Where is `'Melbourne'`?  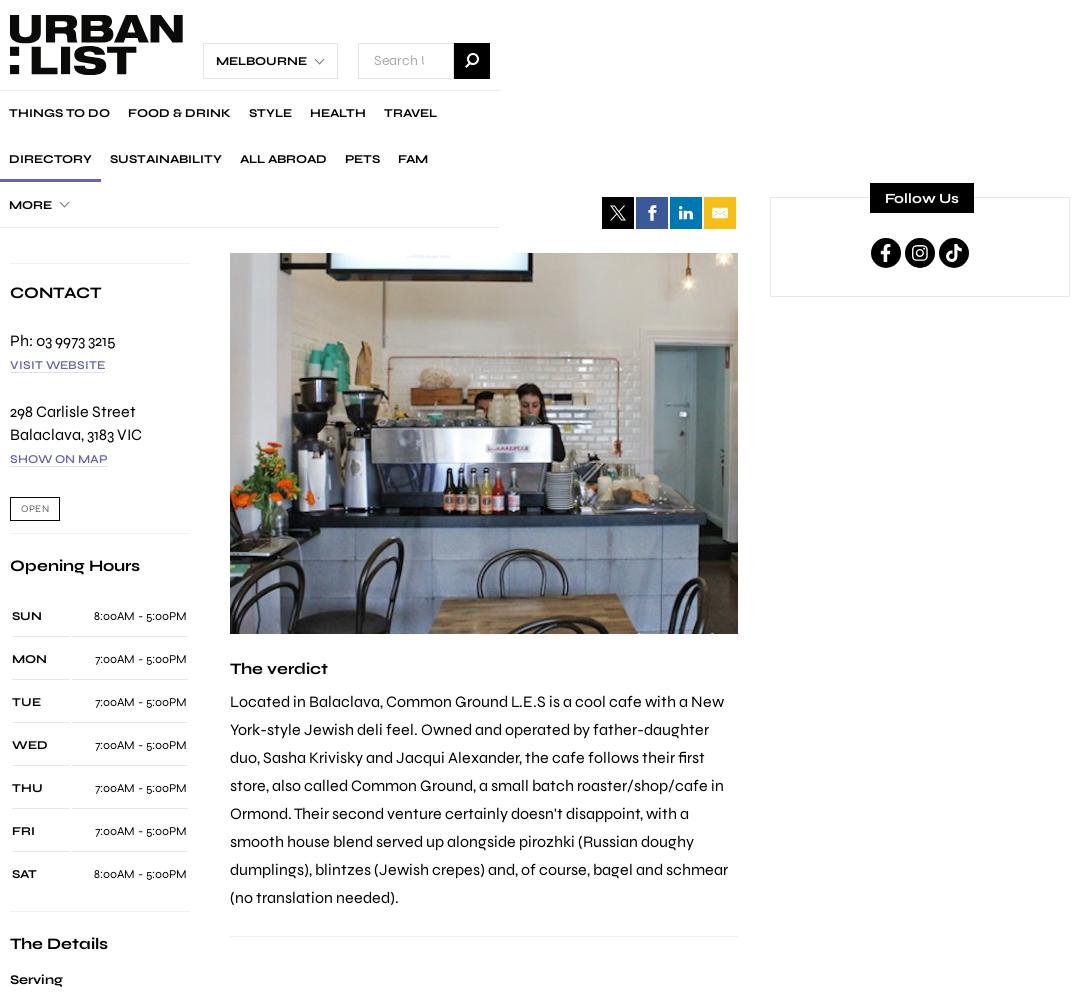
'Melbourne' is located at coordinates (260, 61).